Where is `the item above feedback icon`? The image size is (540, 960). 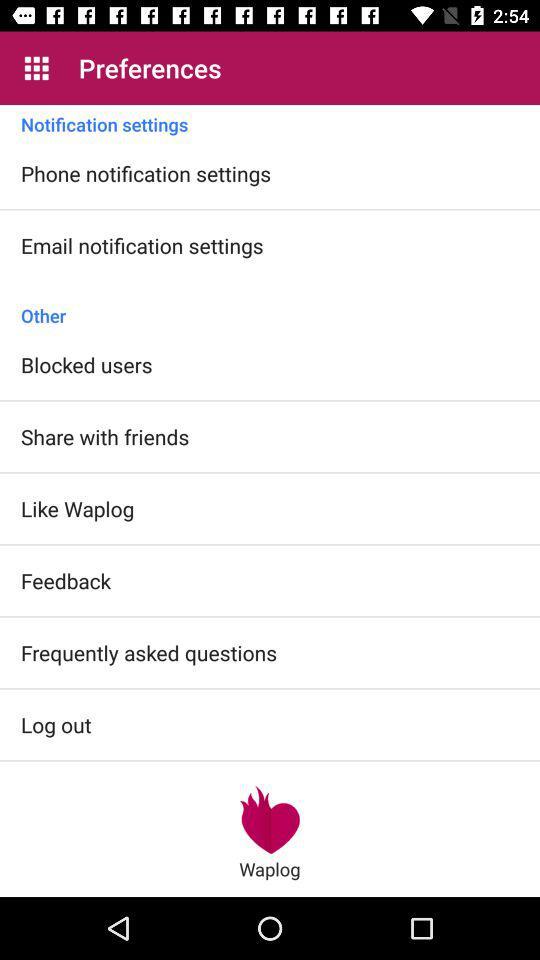 the item above feedback icon is located at coordinates (76, 507).